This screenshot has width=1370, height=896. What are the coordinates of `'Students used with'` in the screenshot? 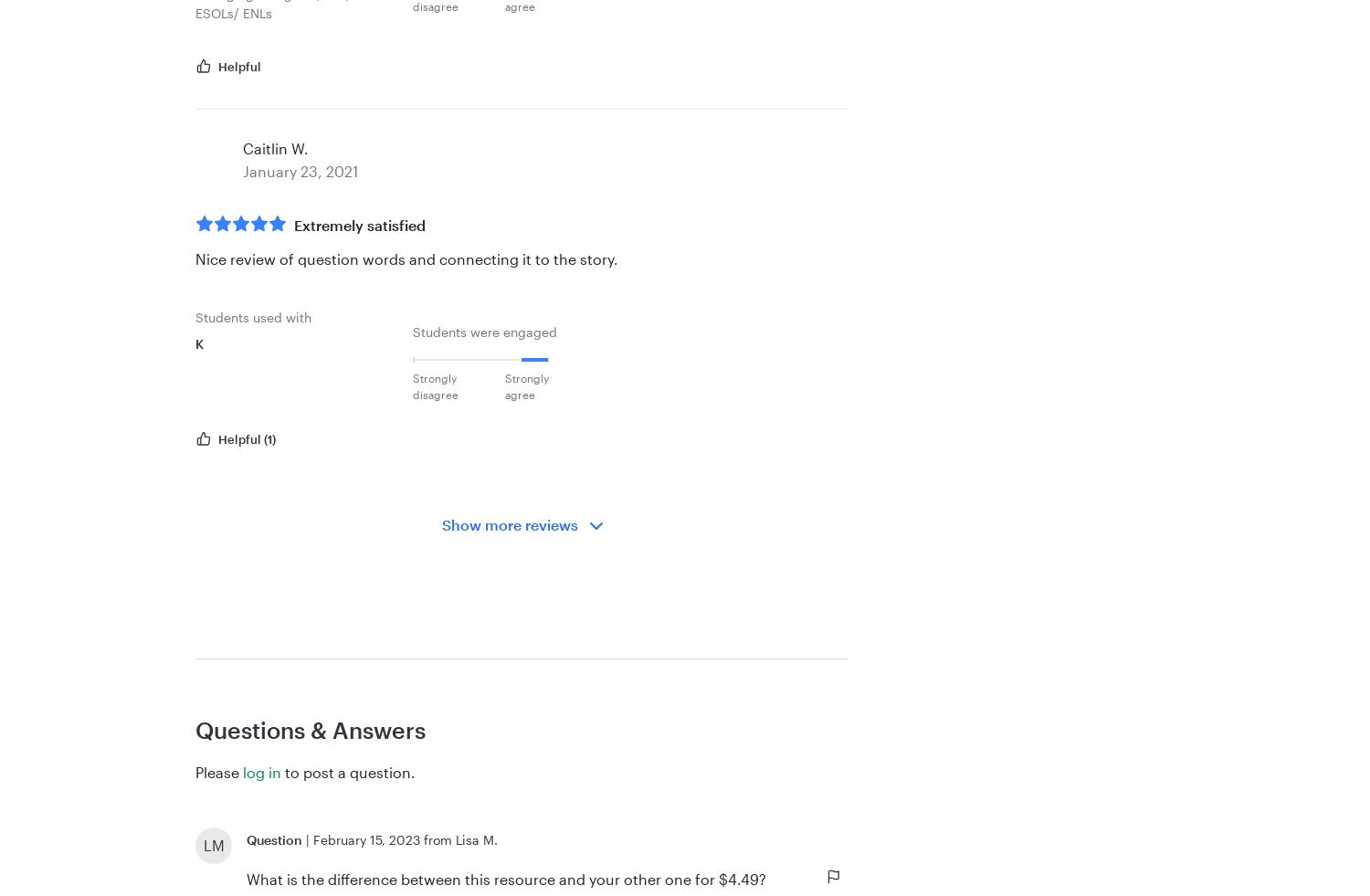 It's located at (195, 315).